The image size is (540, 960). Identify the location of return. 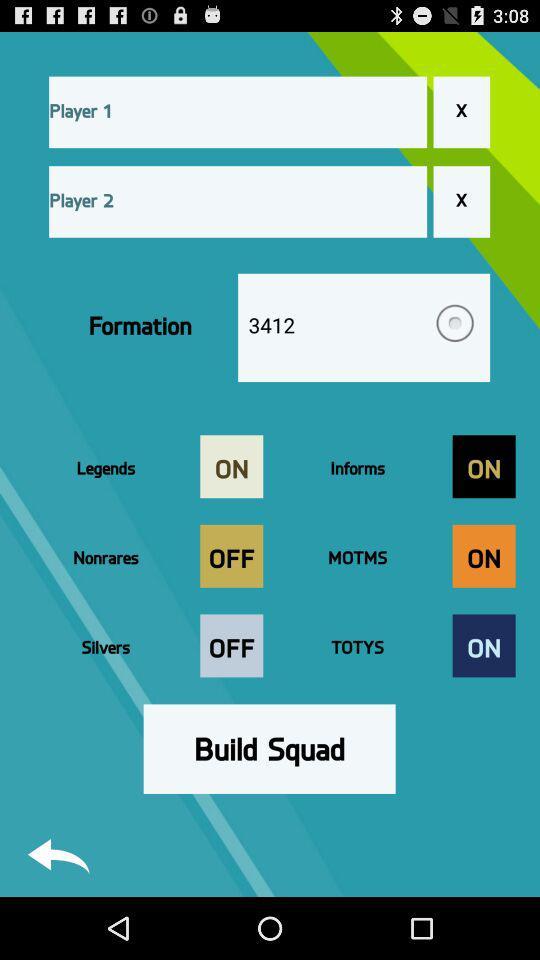
(58, 855).